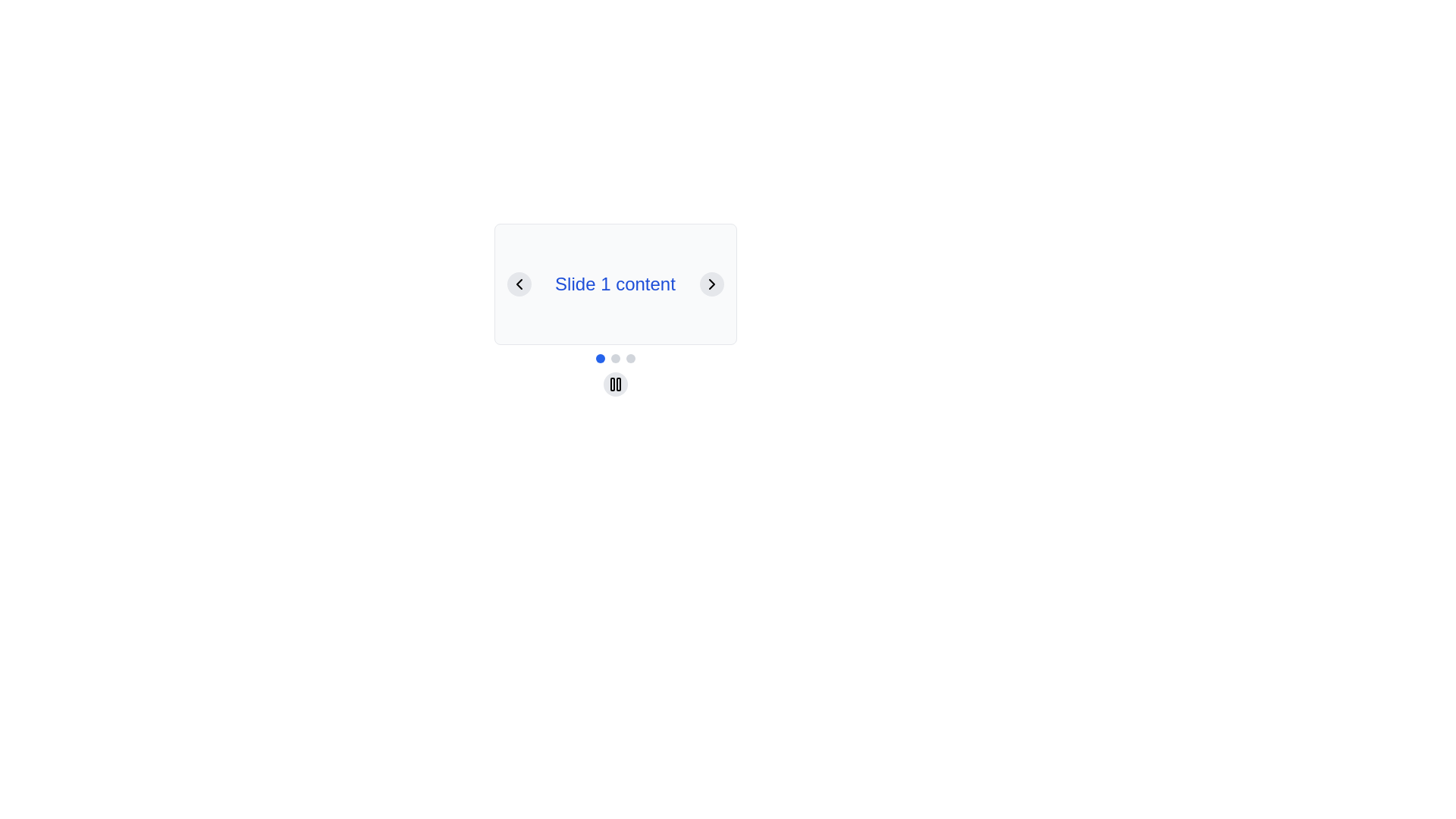 This screenshot has height=819, width=1456. What do you see at coordinates (615, 384) in the screenshot?
I see `the pause button located centrally below the 'Slide 1 content' carousel` at bounding box center [615, 384].